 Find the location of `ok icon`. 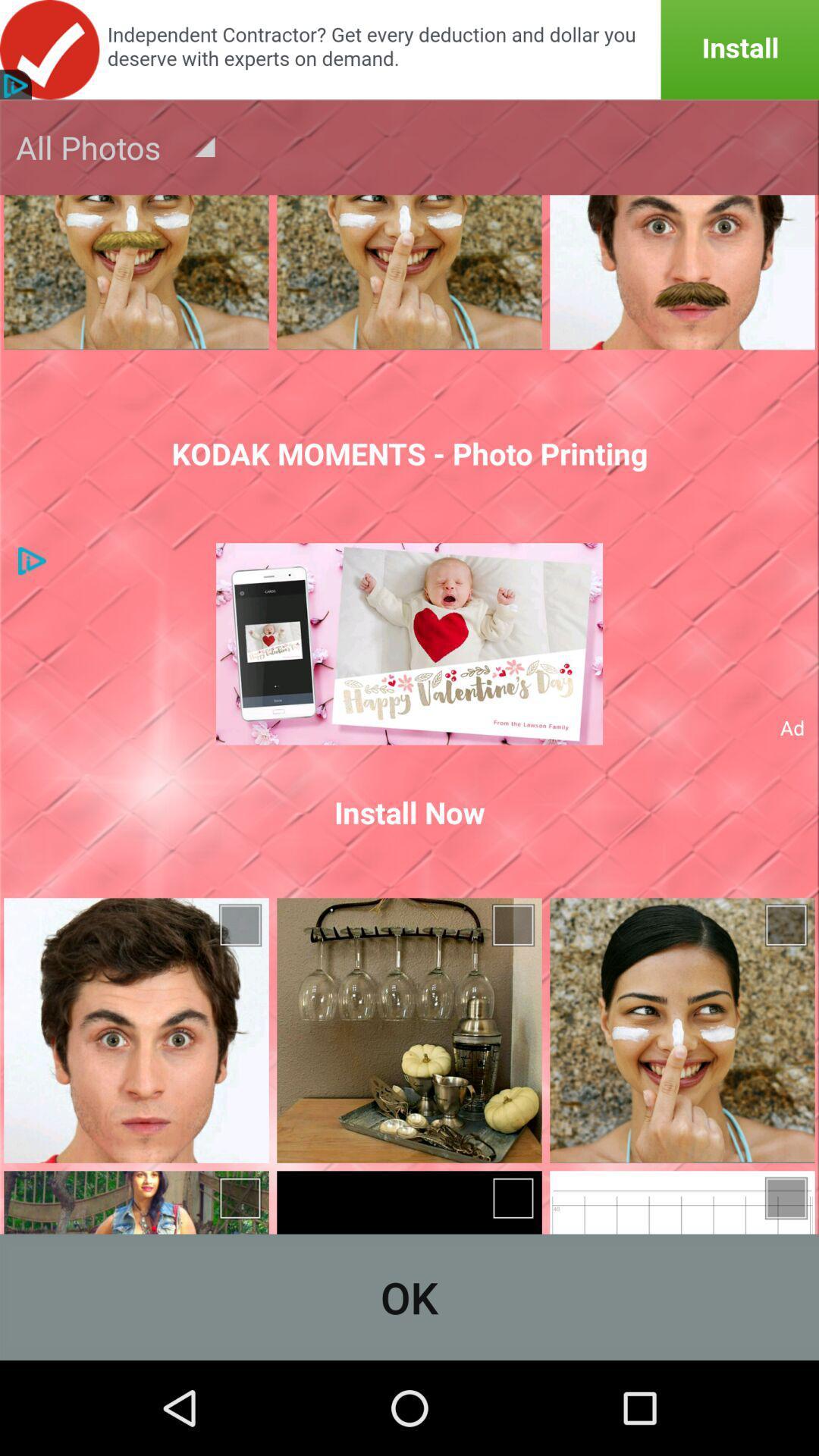

ok icon is located at coordinates (409, 1296).